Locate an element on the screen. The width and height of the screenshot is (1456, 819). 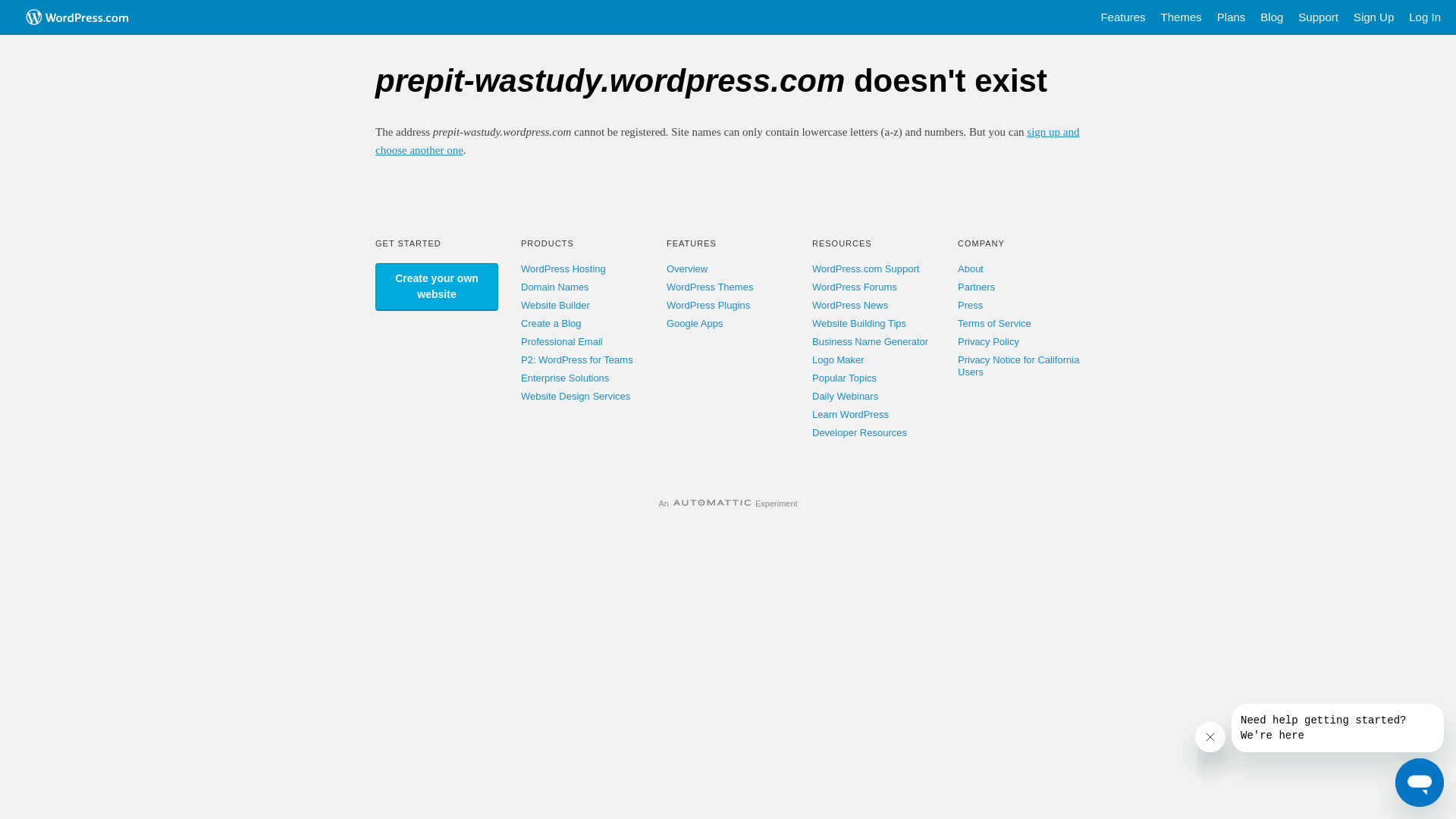
'Enterprise Solutions' is located at coordinates (563, 377).